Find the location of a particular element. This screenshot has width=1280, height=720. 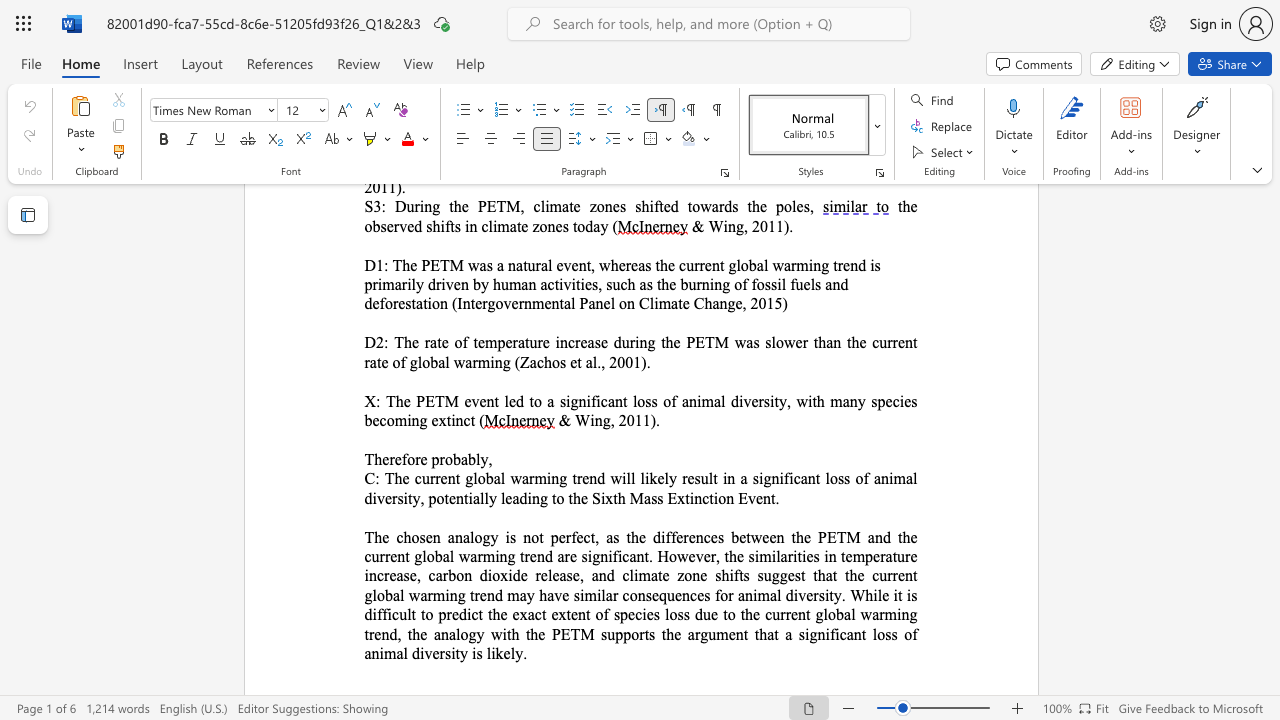

the 1th character "e" in the text is located at coordinates (405, 478).